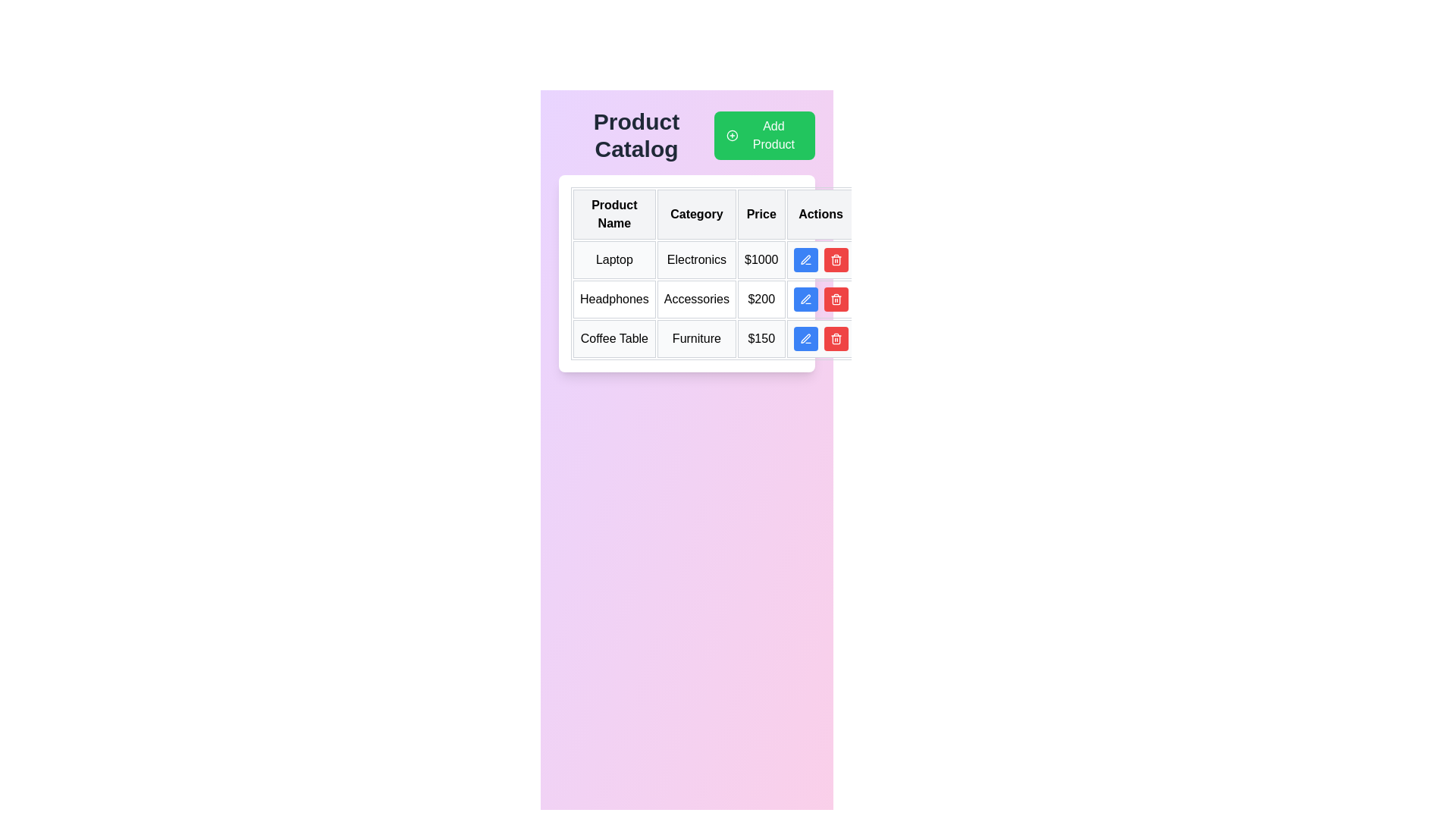 Image resolution: width=1456 pixels, height=819 pixels. What do you see at coordinates (732, 134) in the screenshot?
I see `the icon embedded within the green 'Add Product' button located in the top-right section of the interface` at bounding box center [732, 134].